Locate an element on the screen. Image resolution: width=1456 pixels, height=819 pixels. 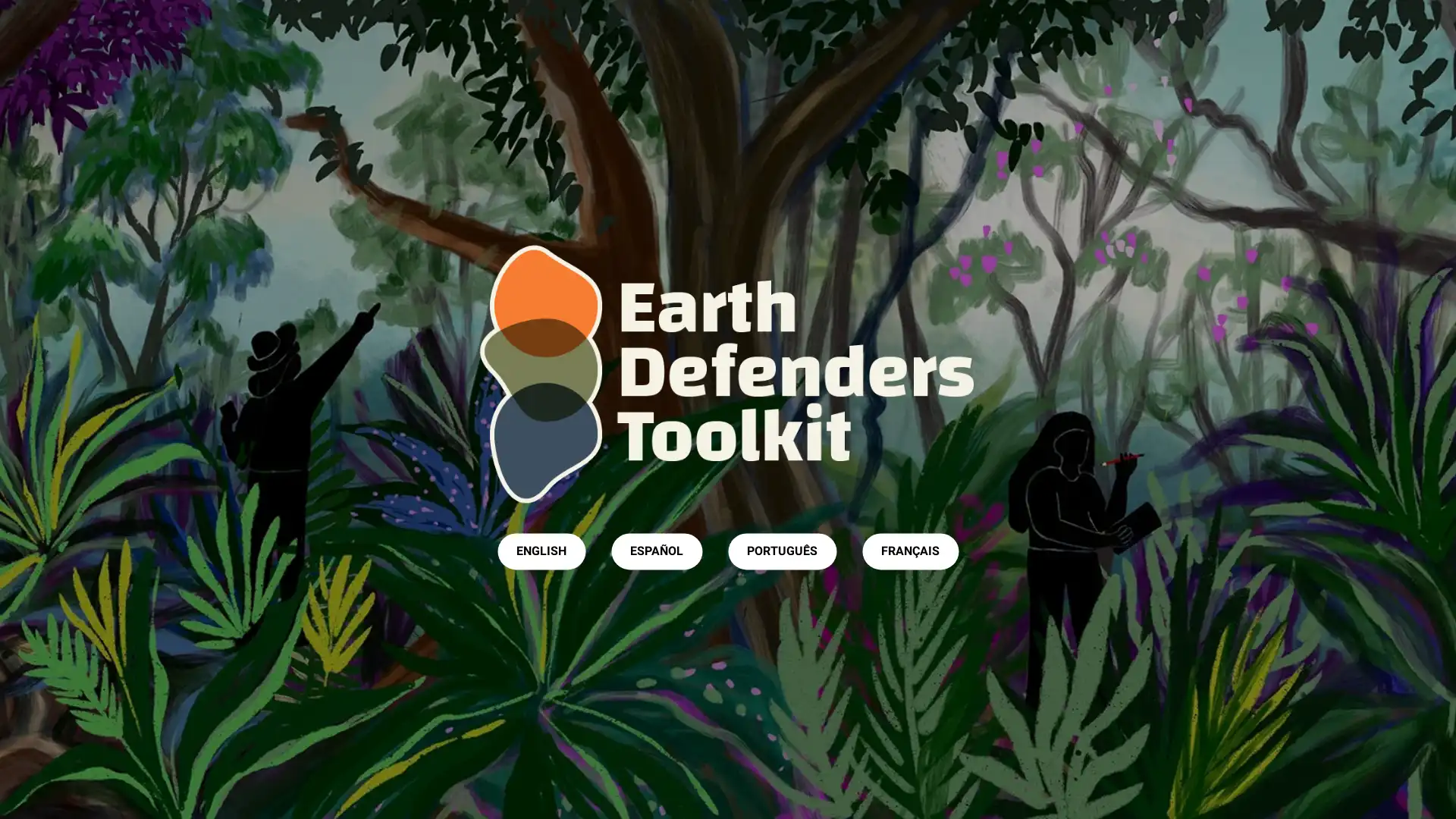
PORTUGUES is located at coordinates (782, 551).